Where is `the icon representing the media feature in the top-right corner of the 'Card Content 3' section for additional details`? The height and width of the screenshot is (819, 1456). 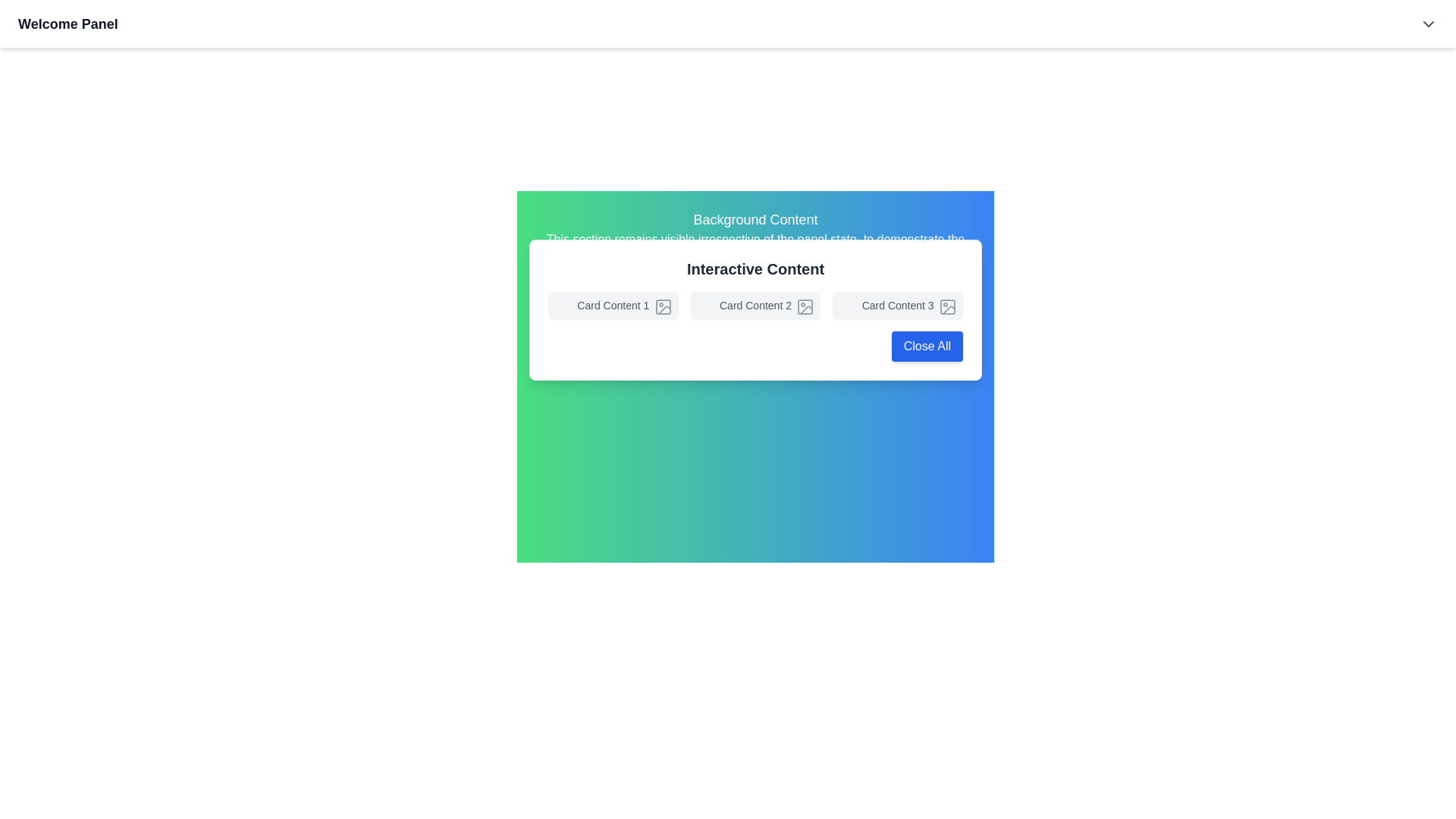 the icon representing the media feature in the top-right corner of the 'Card Content 3' section for additional details is located at coordinates (946, 307).